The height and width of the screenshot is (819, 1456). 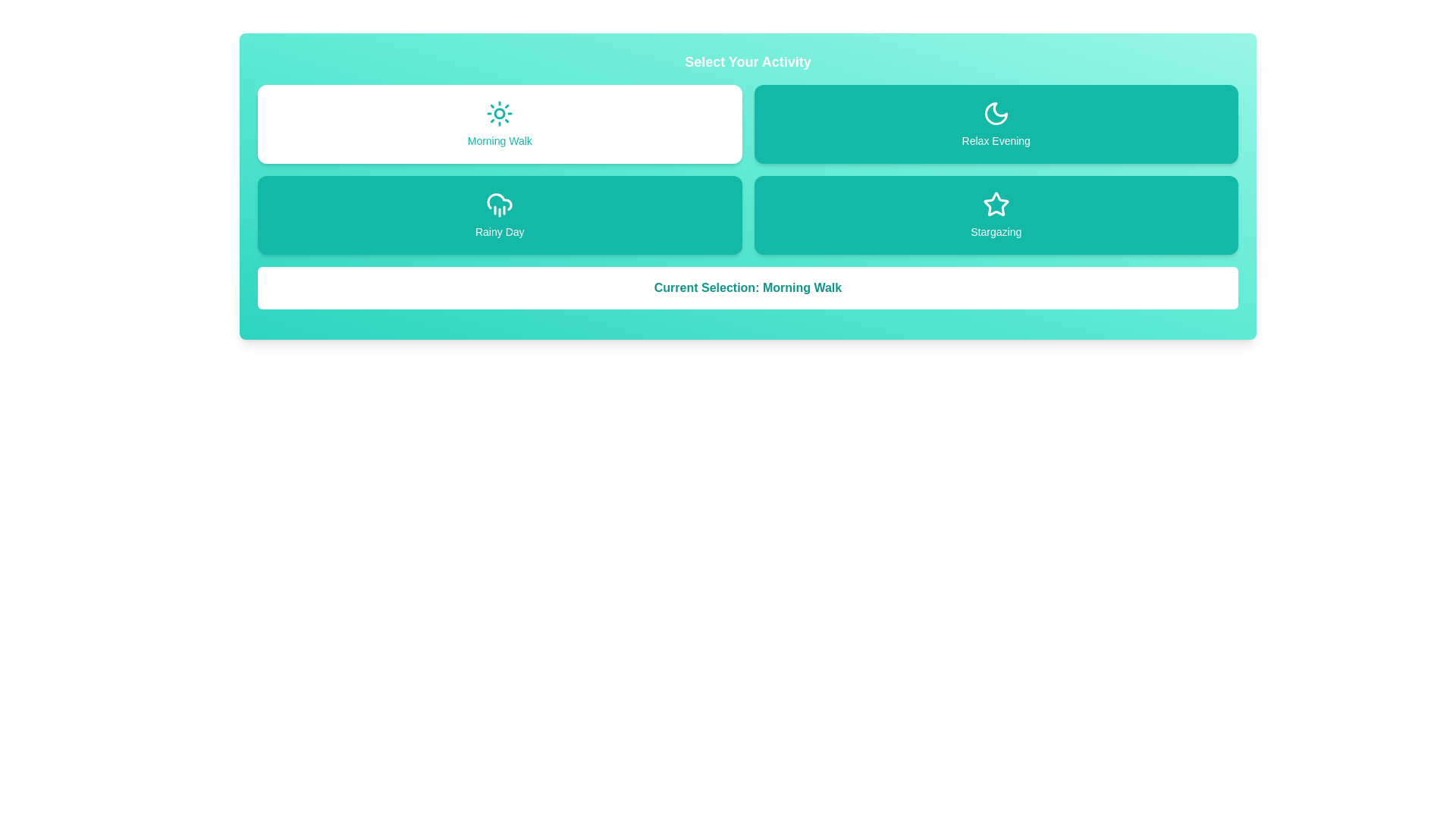 What do you see at coordinates (500, 124) in the screenshot?
I see `the activity Morning Walk by clicking on its button` at bounding box center [500, 124].